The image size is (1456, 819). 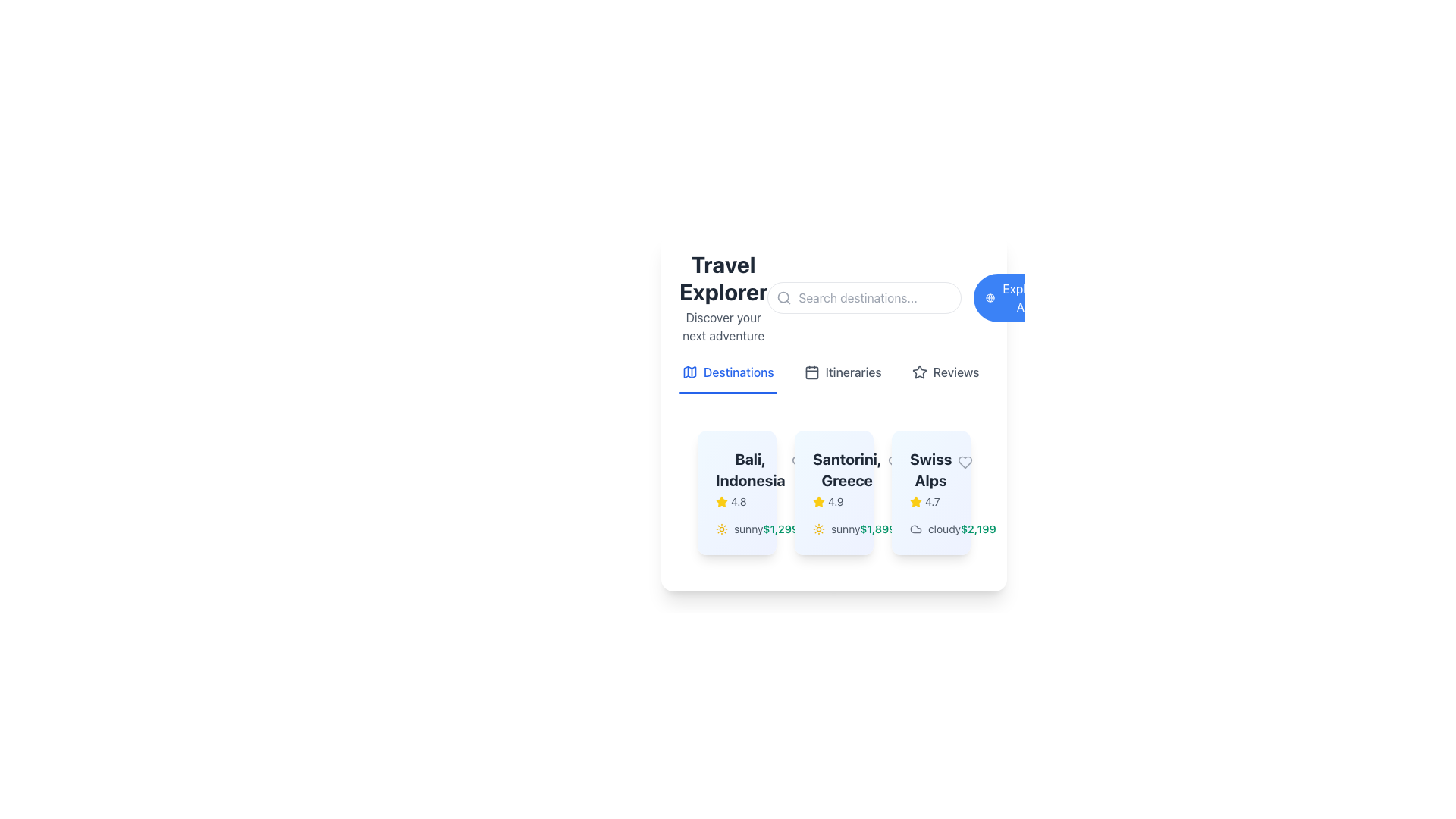 I want to click on the star icon representing the rating for 'Santorini, Greece' to interact with the rating, so click(x=818, y=502).